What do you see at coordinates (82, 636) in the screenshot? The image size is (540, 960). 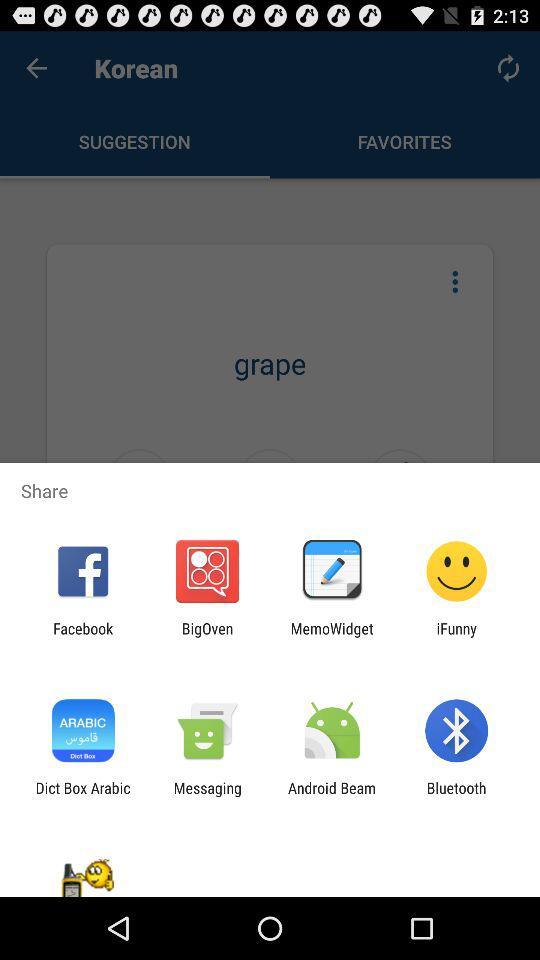 I see `the facebook item` at bounding box center [82, 636].